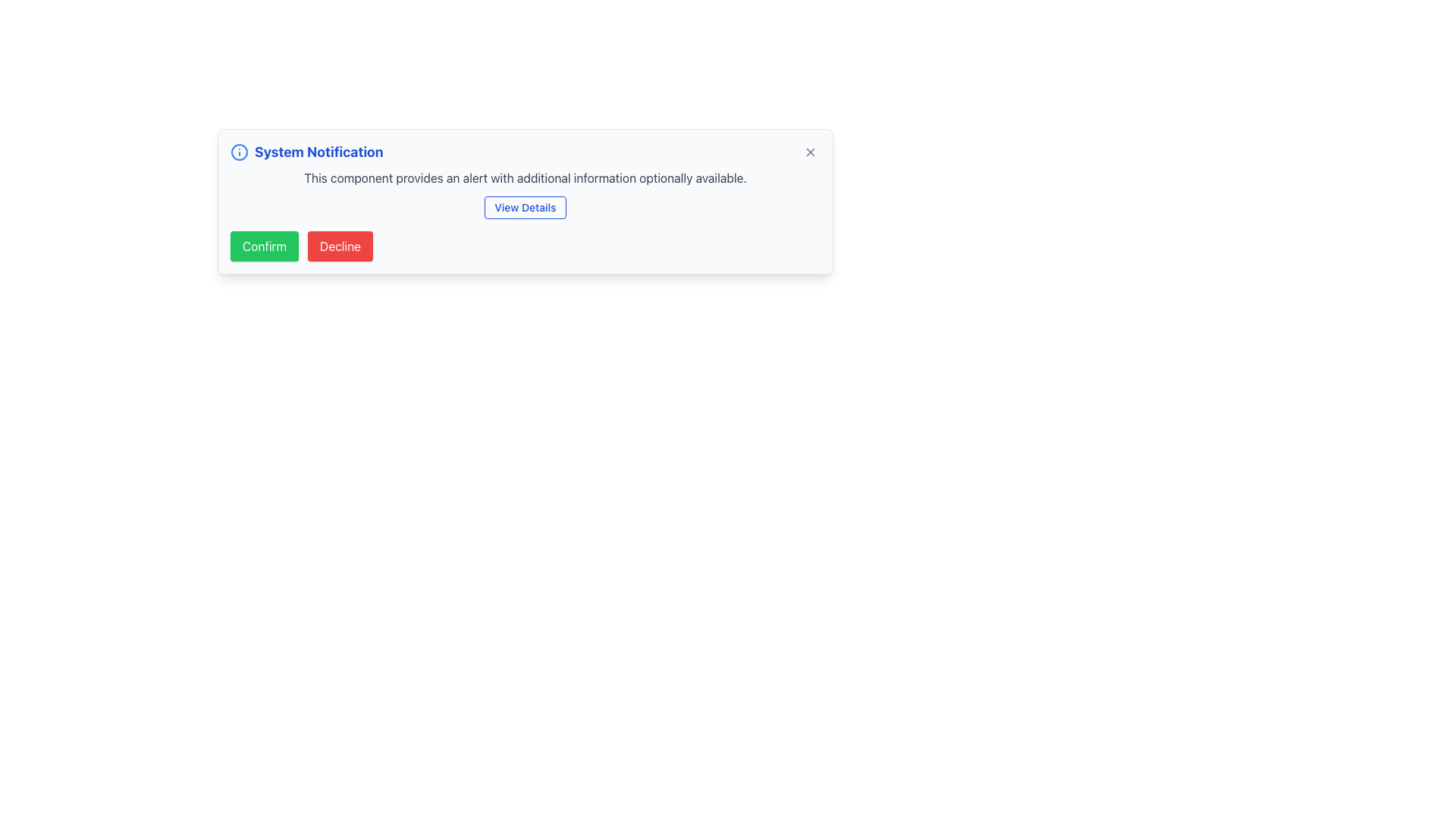 This screenshot has width=1456, height=819. Describe the element at coordinates (810, 152) in the screenshot. I see `the close button located in the top-right corner of the notification card` at that location.